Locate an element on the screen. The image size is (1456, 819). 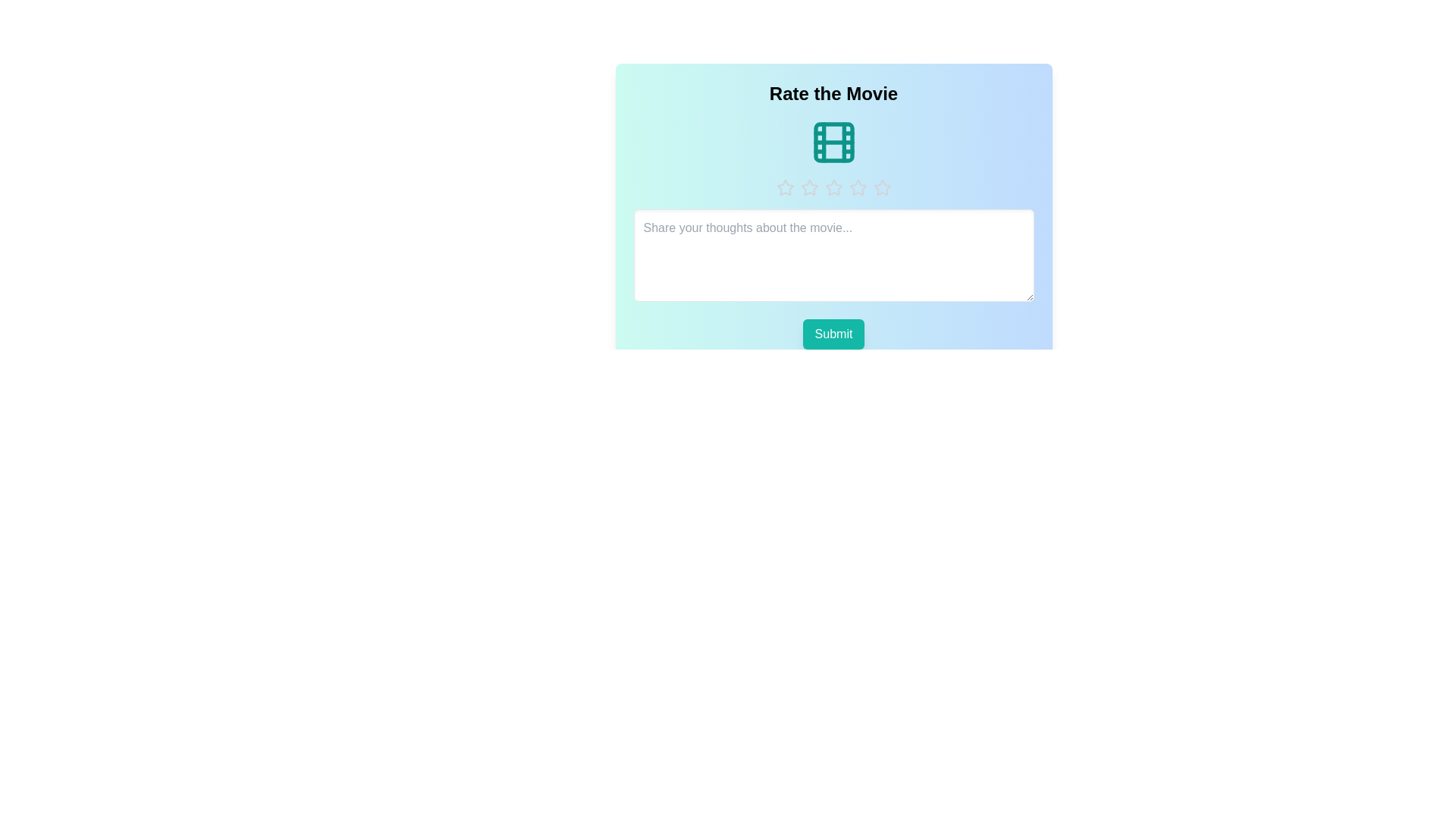
submit button to submit the rating and review is located at coordinates (833, 333).